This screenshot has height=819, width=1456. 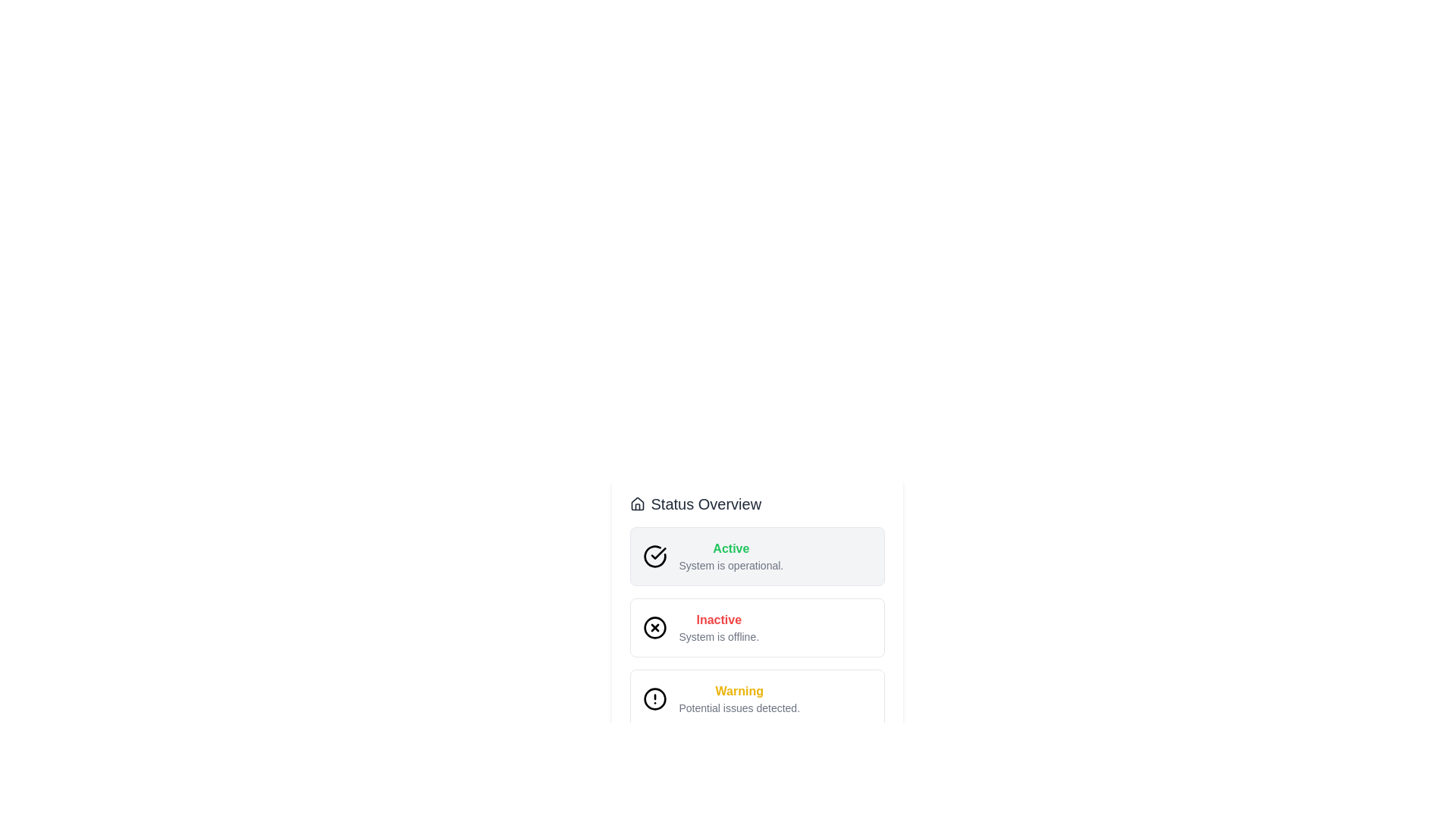 I want to click on the stylized black house icon, which represents the base of a house-shaped icon located at the top left of the 'Status Overview' heading, so click(x=637, y=504).